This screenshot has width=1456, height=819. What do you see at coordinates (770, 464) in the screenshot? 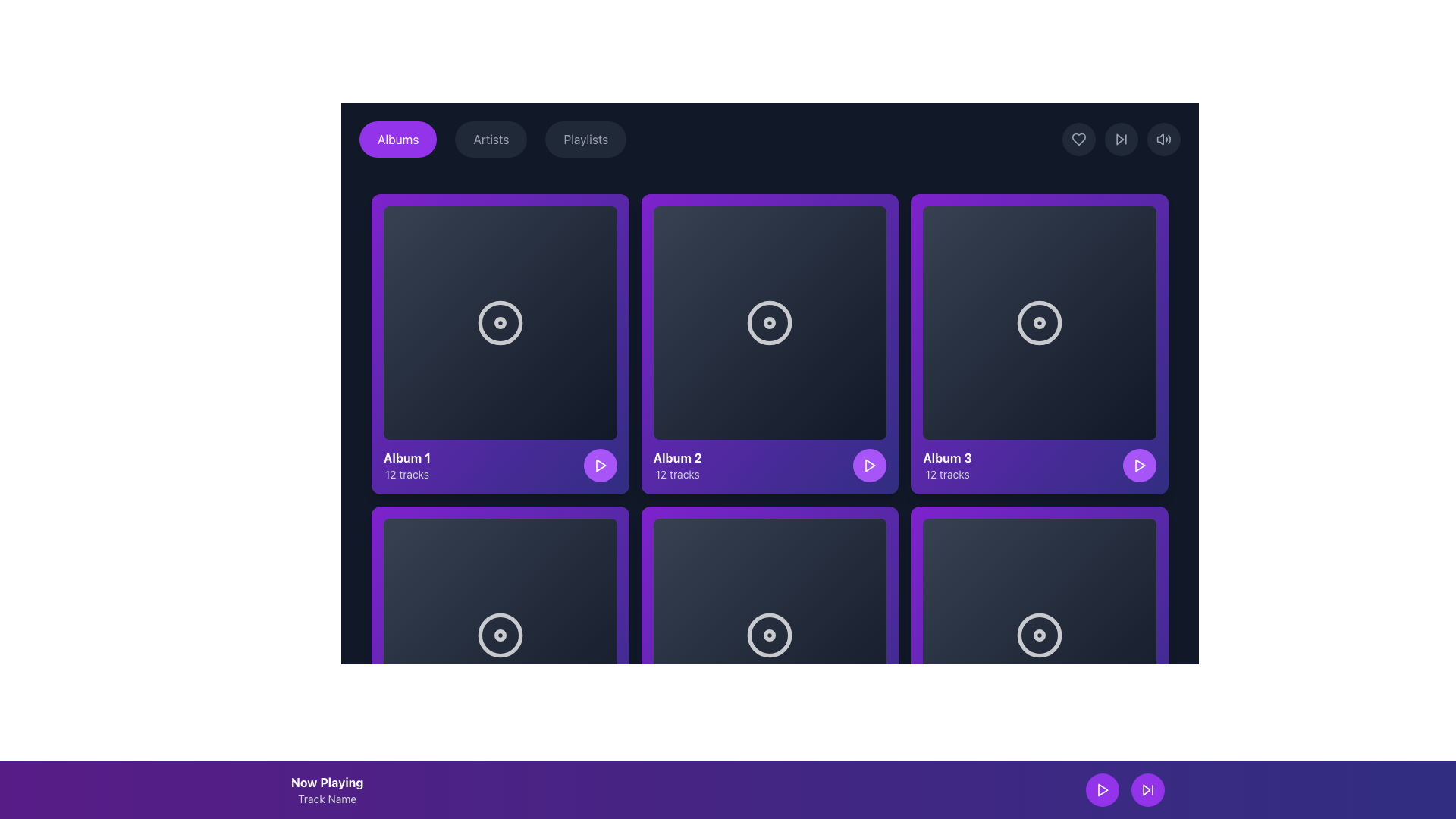
I see `the title 'Album 2'` at bounding box center [770, 464].